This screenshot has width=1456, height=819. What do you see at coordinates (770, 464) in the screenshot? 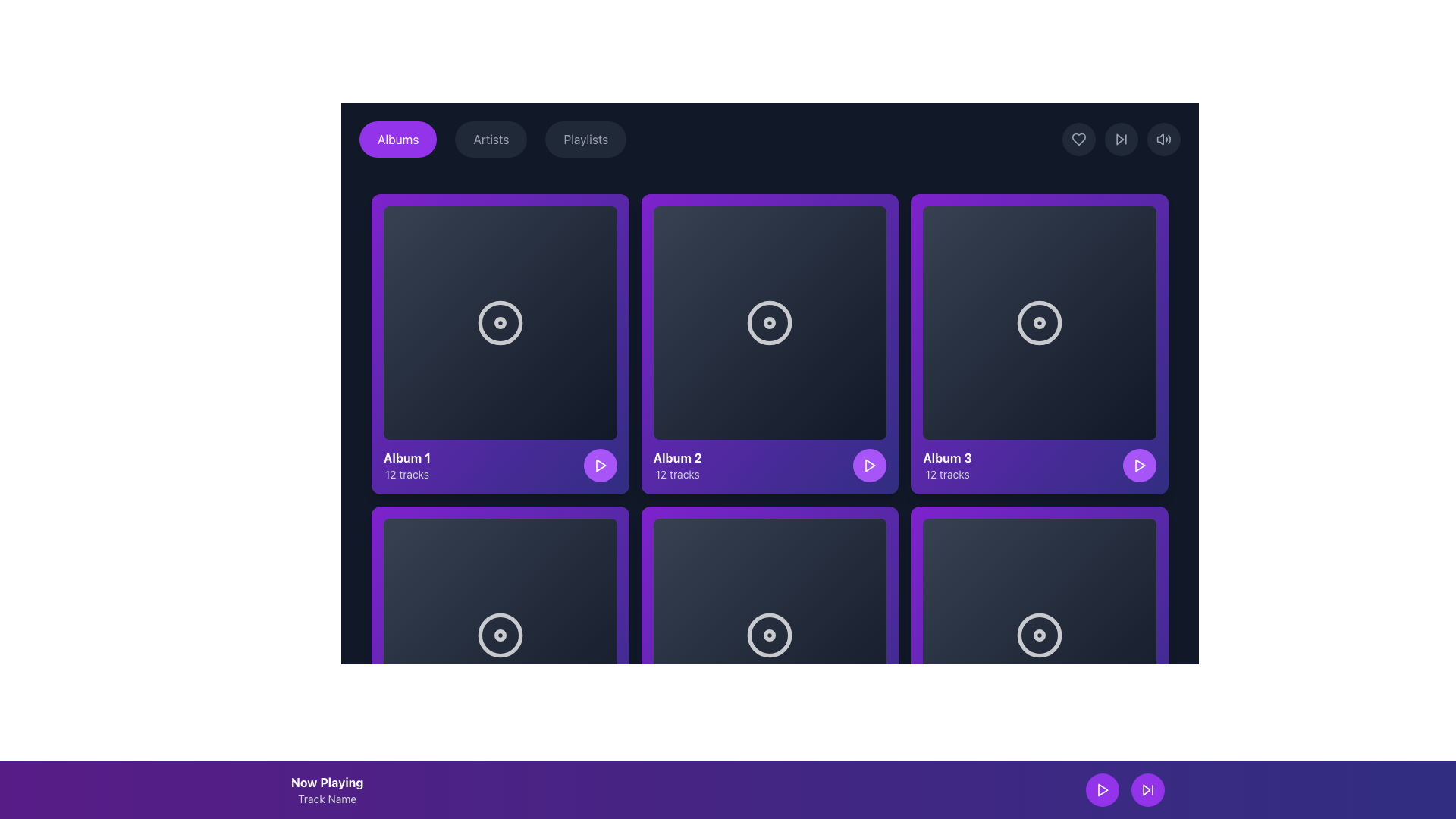
I see `the title 'Album 2'` at bounding box center [770, 464].